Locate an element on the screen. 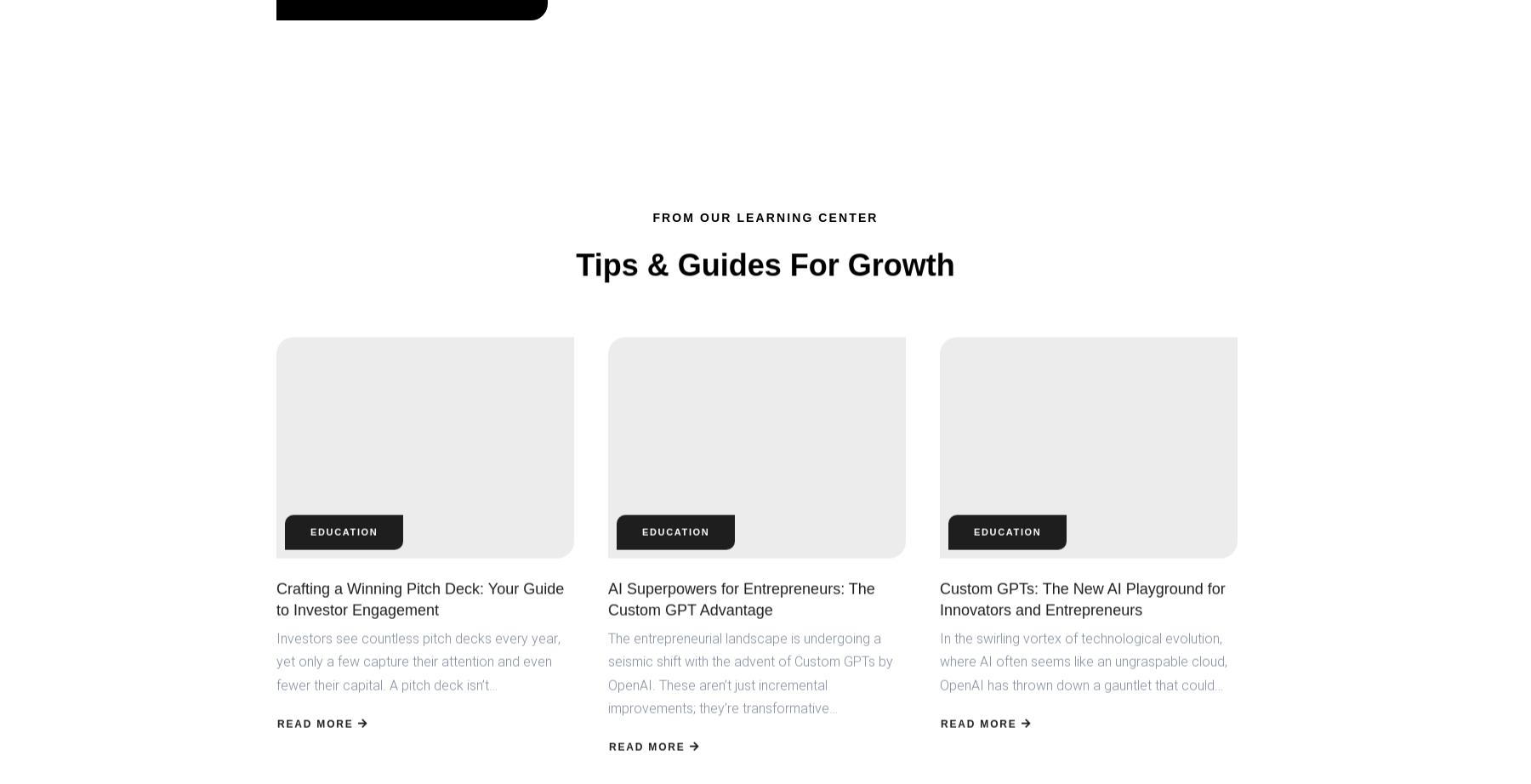 Image resolution: width=1531 pixels, height=784 pixels. 'The entrepreneurial landscape is undergoing a seismic shift with the advent of Custom GPTs by OpenAI. These aren’t just incremental improvements; they’re transformative…' is located at coordinates (750, 668).